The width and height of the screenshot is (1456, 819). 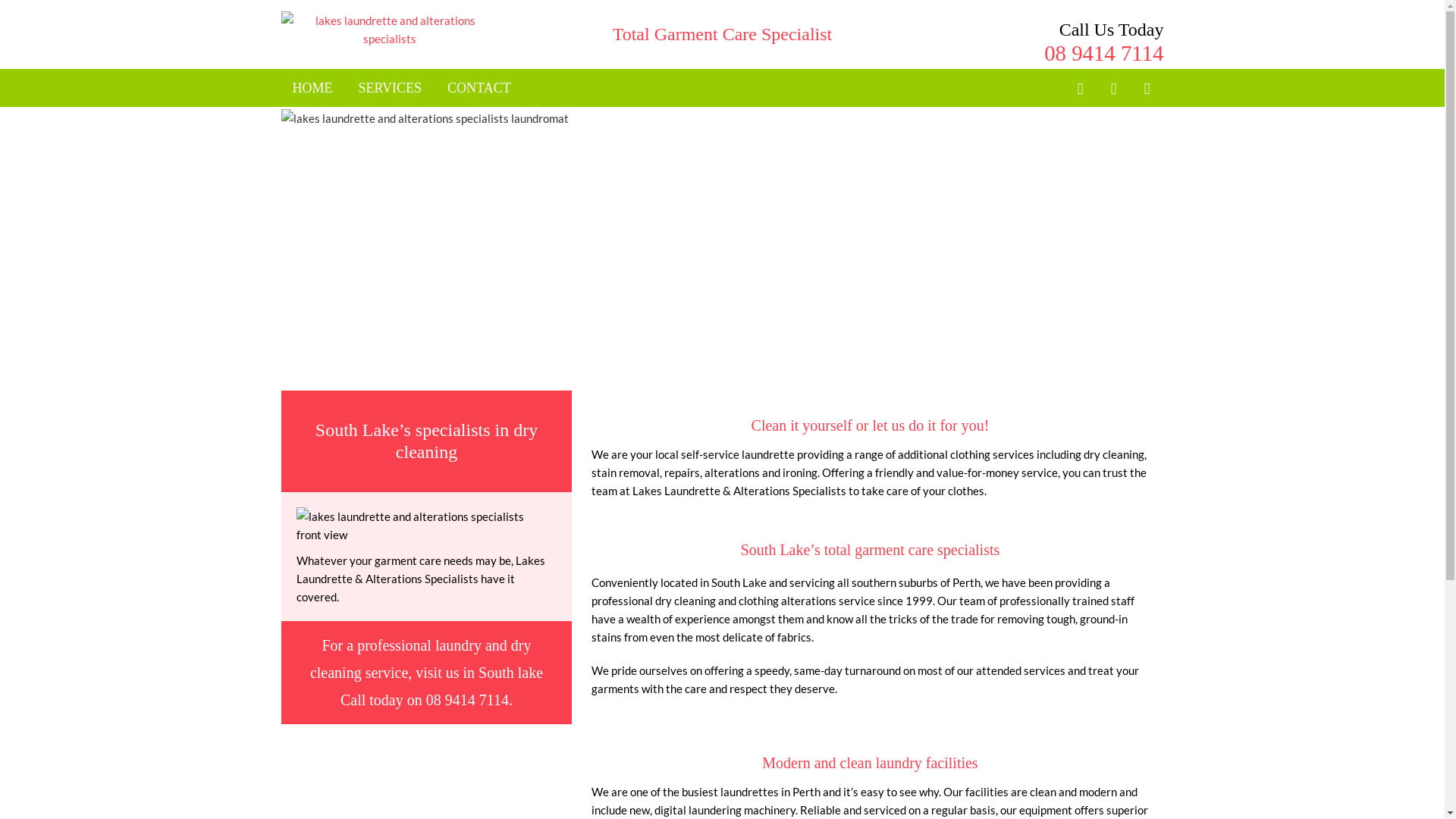 I want to click on '08 9414 7114', so click(x=1103, y=52).